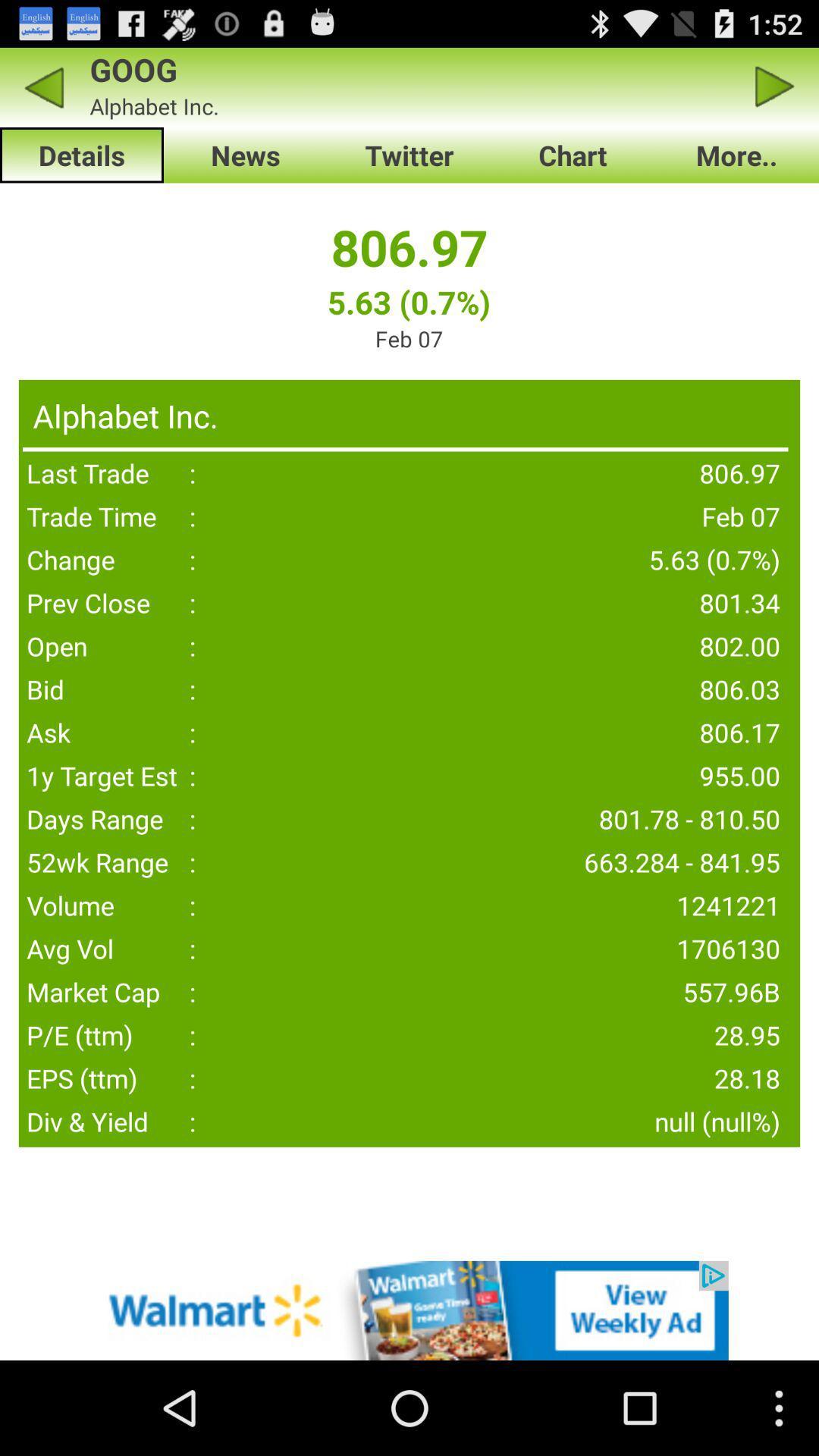  What do you see at coordinates (42, 86) in the screenshot?
I see `back the pages` at bounding box center [42, 86].